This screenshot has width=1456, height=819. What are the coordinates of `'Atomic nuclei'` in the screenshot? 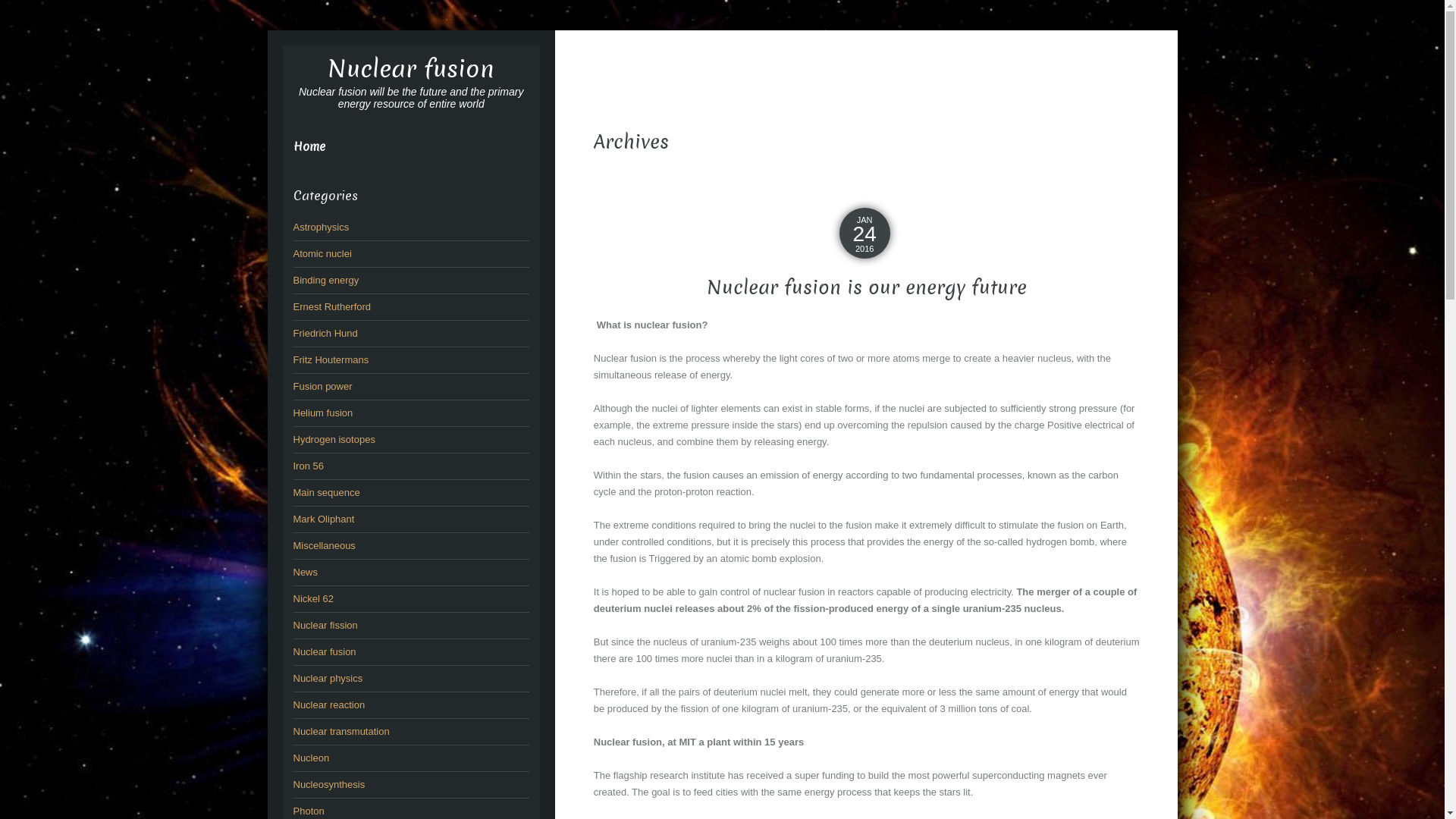 It's located at (321, 253).